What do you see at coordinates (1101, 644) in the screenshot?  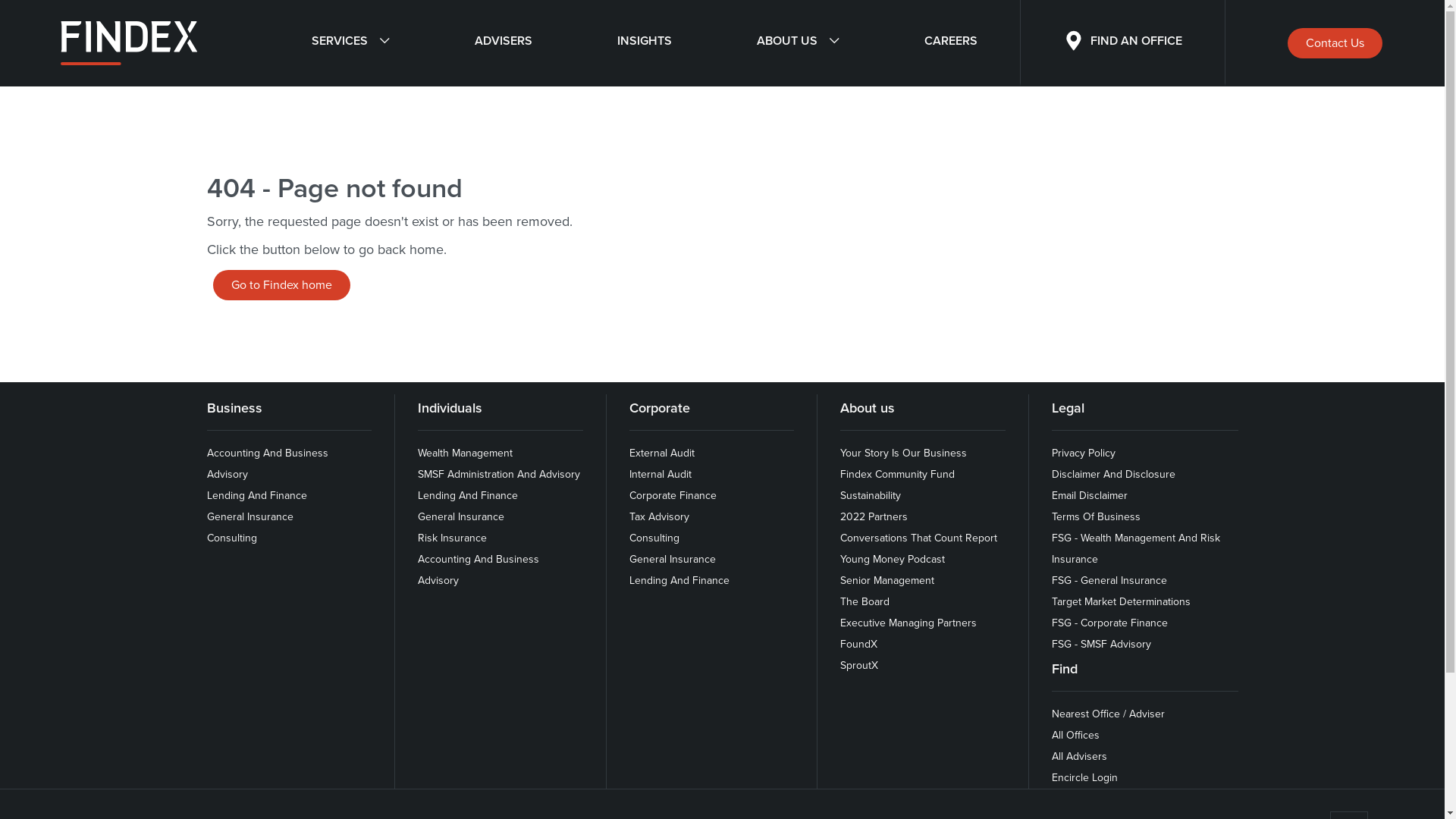 I see `'FSG - SMSF Advisory'` at bounding box center [1101, 644].